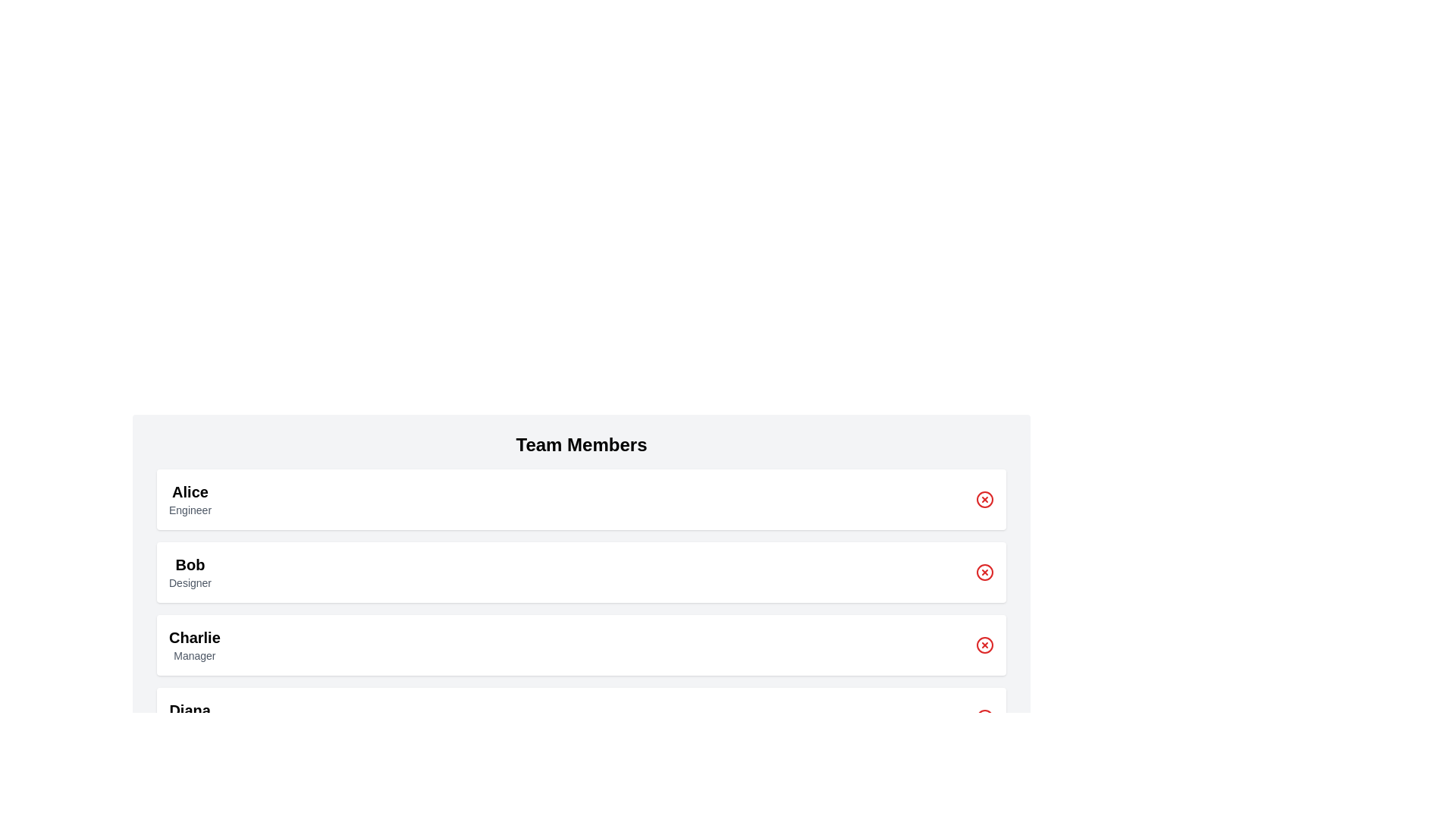 Image resolution: width=1456 pixels, height=819 pixels. I want to click on the circular icon button with a red 'X' symbol located at the far right end of the row for user 'Alice' with the title 'Engineer', so click(985, 500).